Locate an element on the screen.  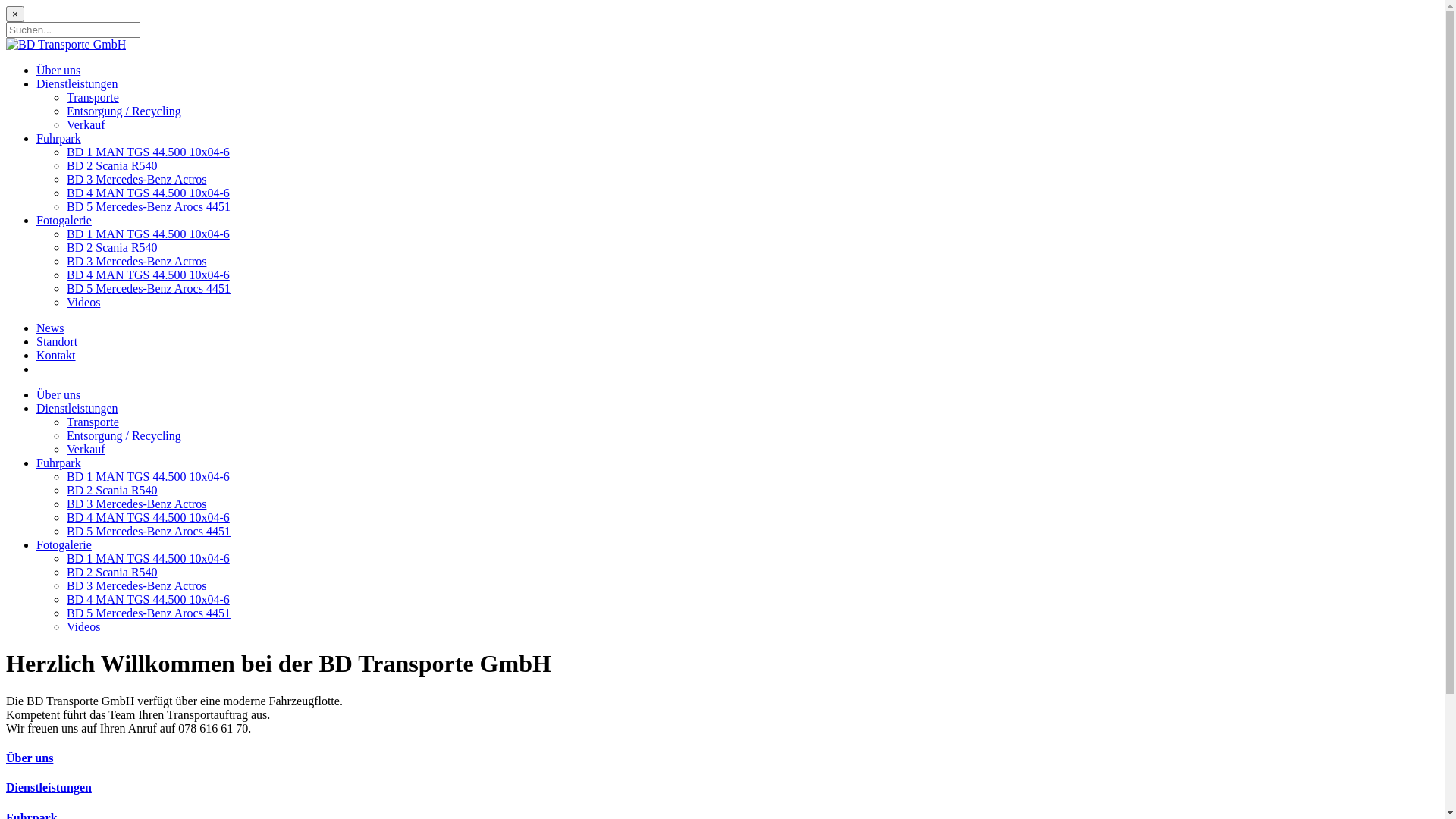
'Fotogalerie' is located at coordinates (63, 220).